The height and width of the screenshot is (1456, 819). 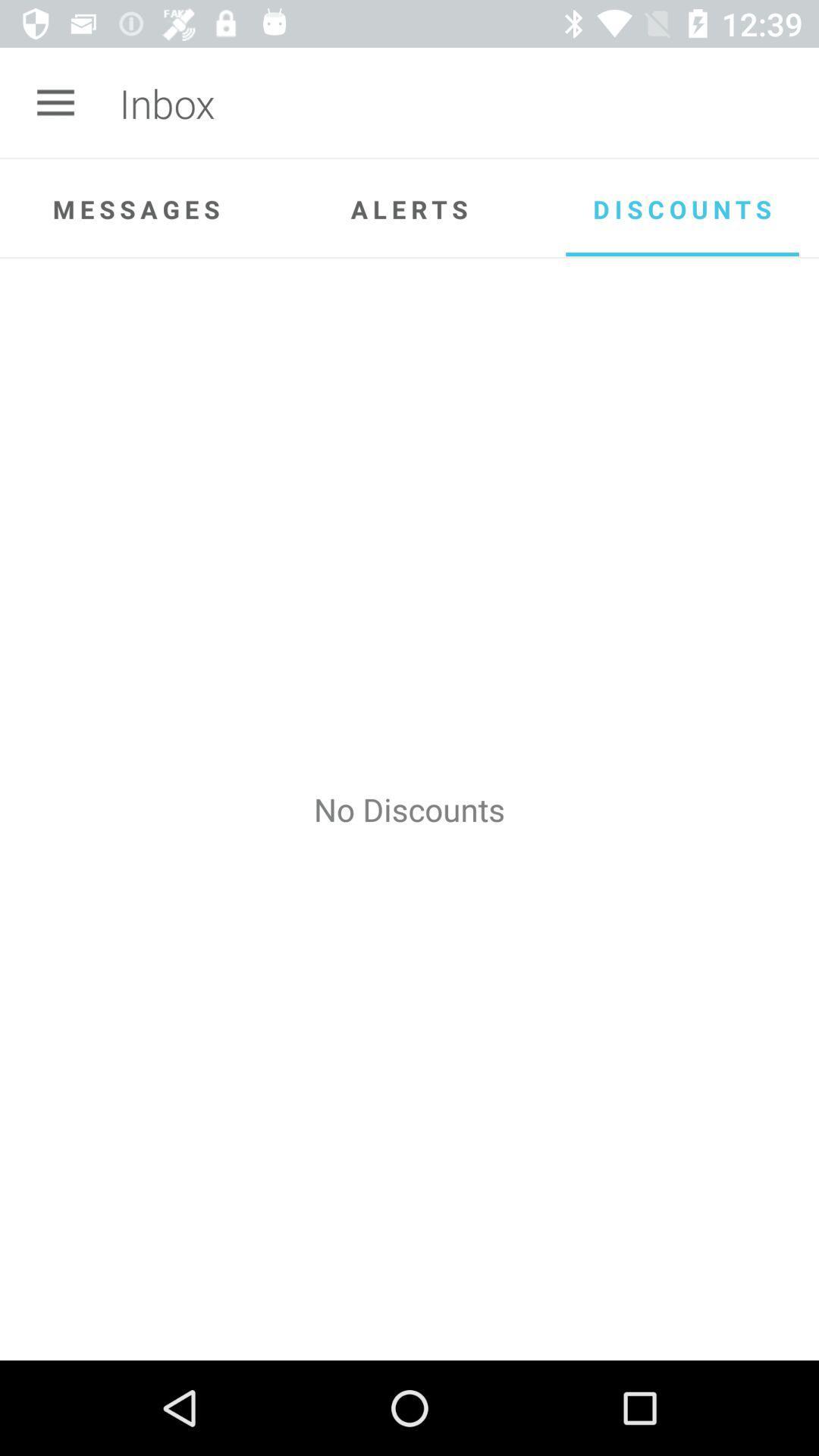 I want to click on icon above messages item, so click(x=55, y=102).